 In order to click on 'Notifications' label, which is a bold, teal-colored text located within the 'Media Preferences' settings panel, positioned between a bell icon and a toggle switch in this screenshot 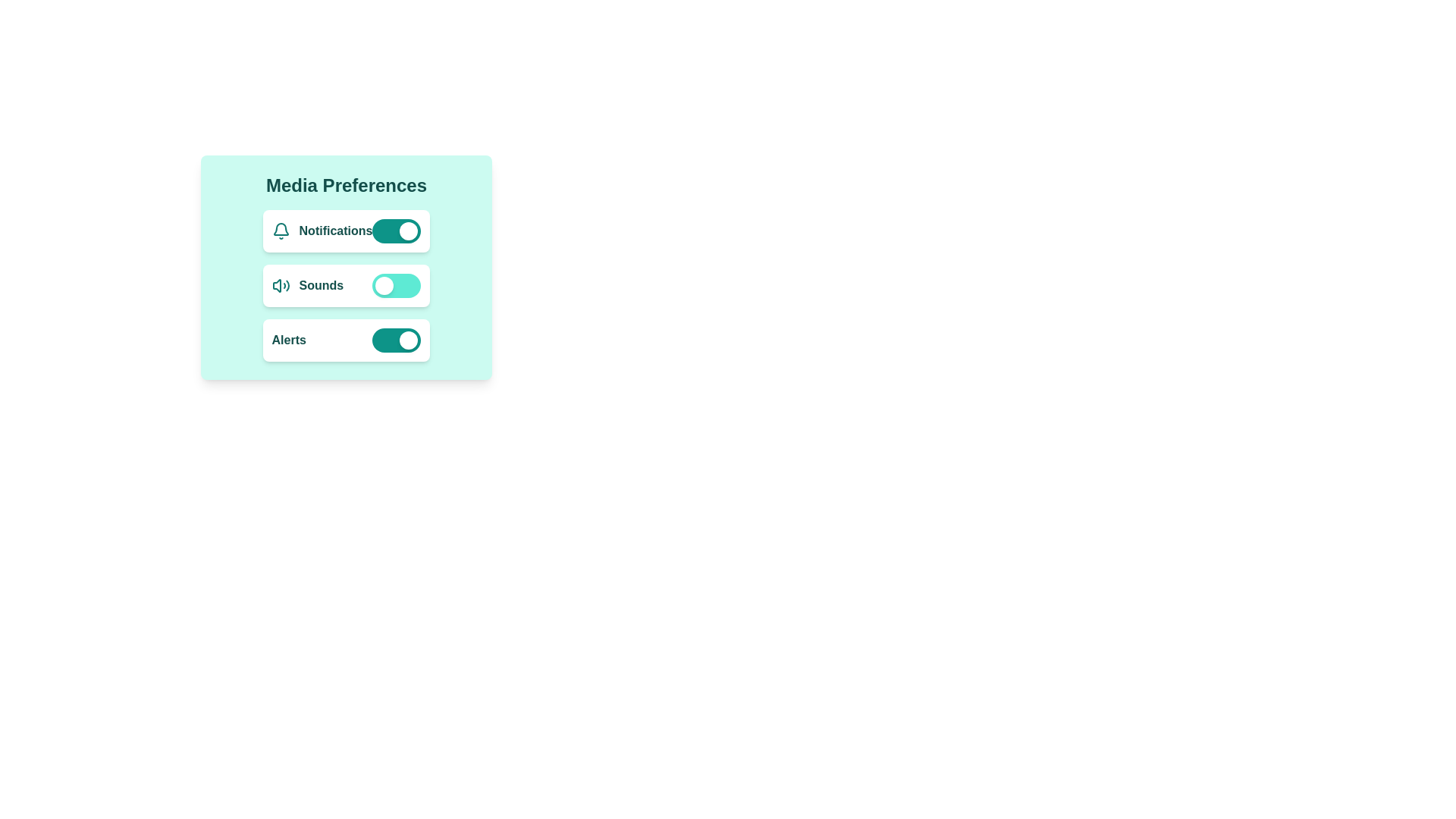, I will do `click(334, 231)`.